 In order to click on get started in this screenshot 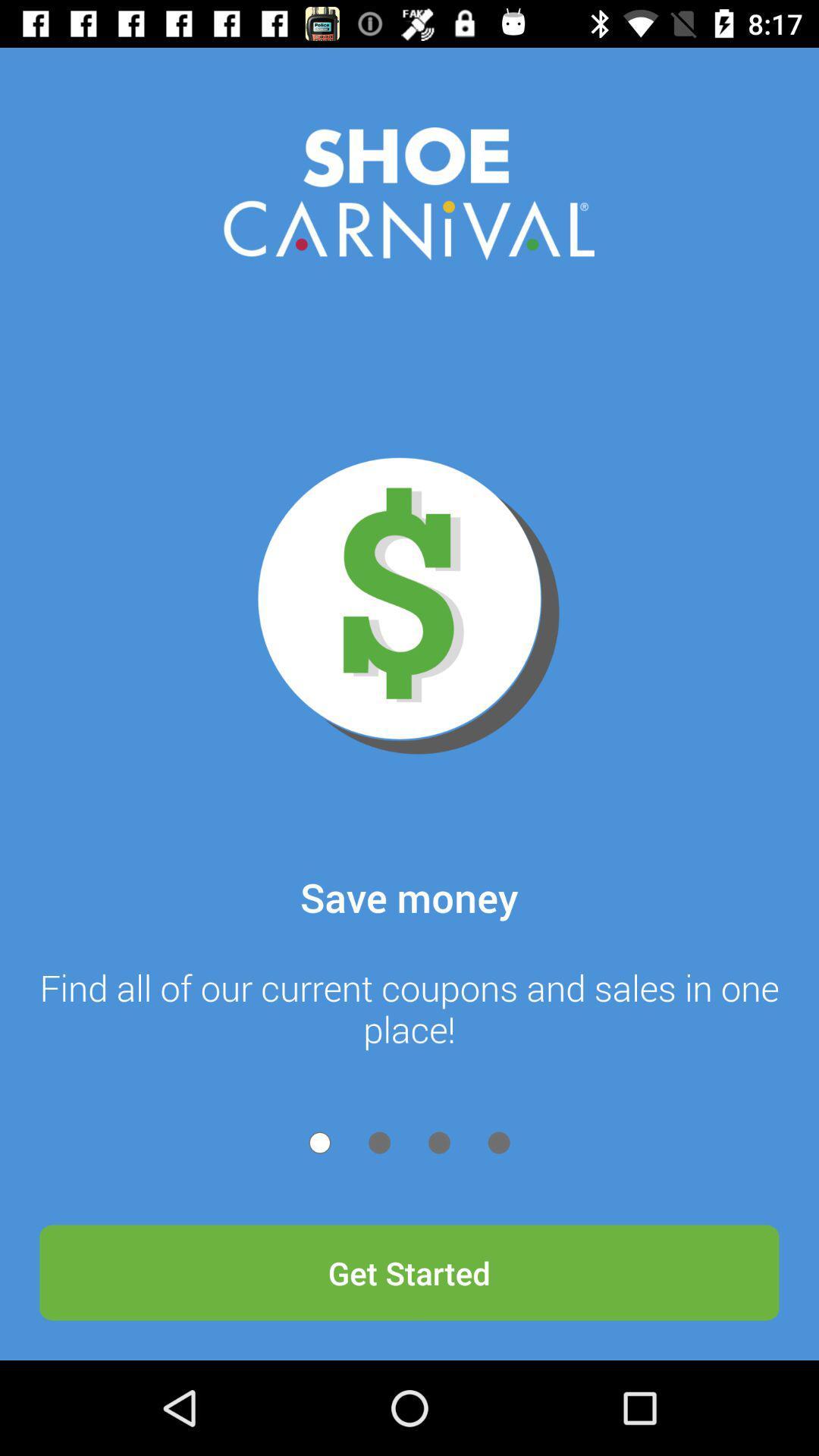, I will do `click(409, 1272)`.